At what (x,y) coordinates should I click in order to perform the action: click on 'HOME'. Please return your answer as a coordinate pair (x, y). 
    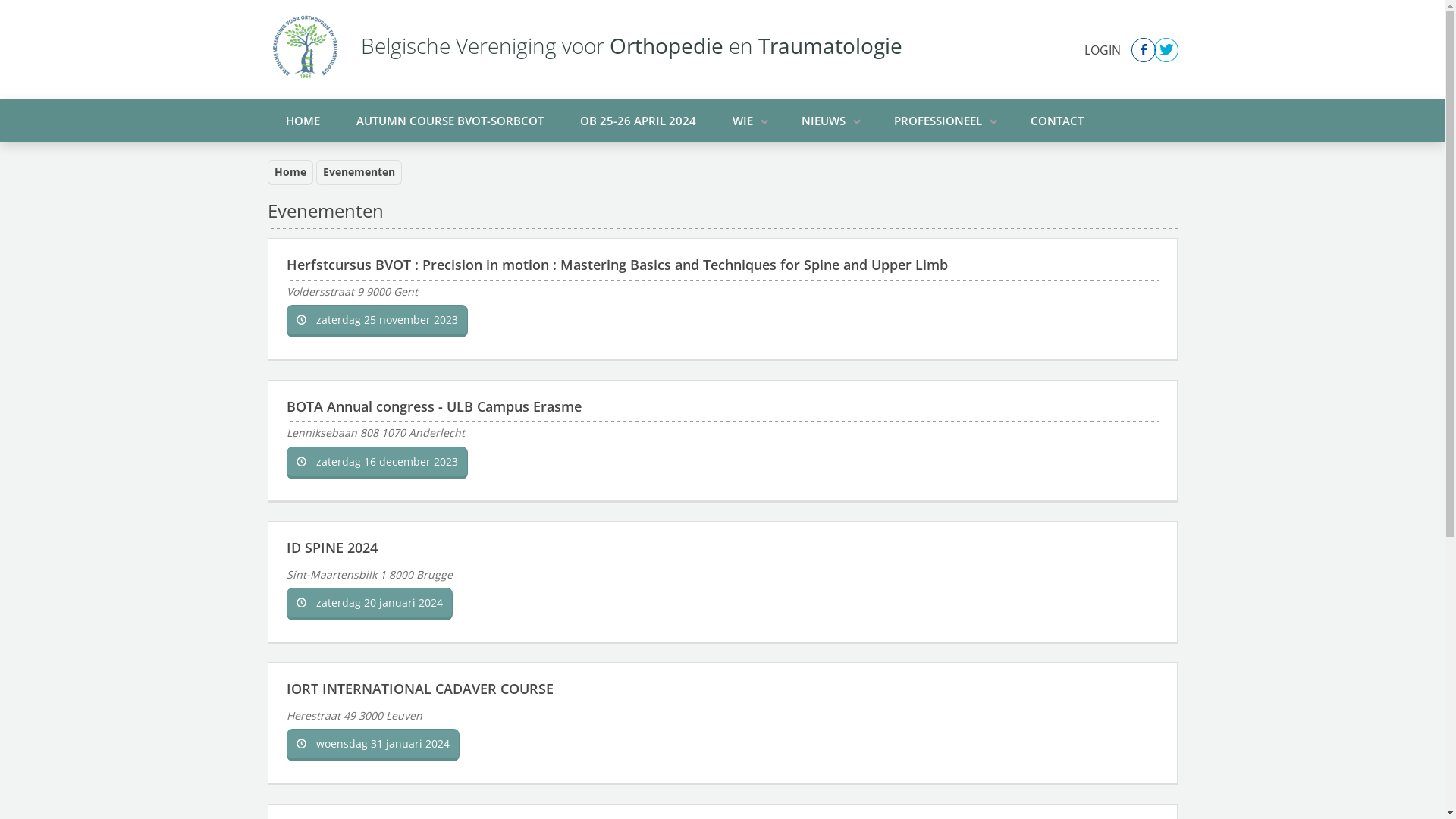
    Looking at the image, I should click on (302, 119).